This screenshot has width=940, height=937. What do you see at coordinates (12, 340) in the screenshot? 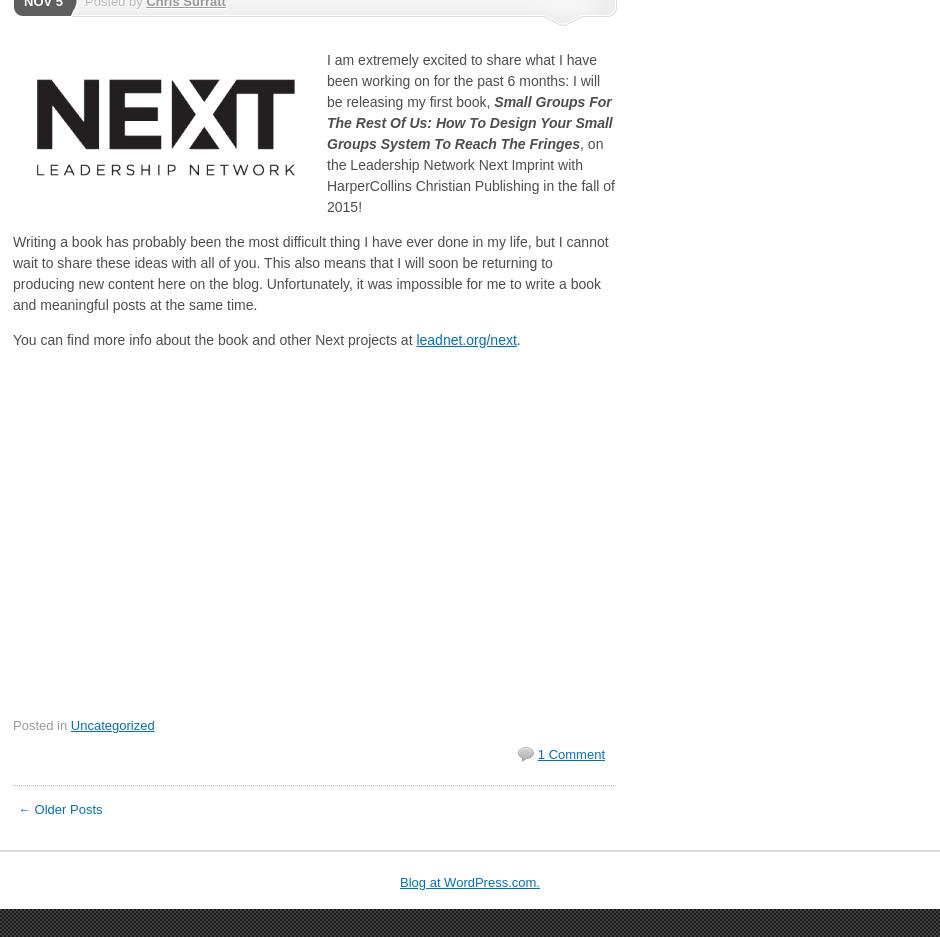
I see `'You can find more info about the book and other Next projects at'` at bounding box center [12, 340].